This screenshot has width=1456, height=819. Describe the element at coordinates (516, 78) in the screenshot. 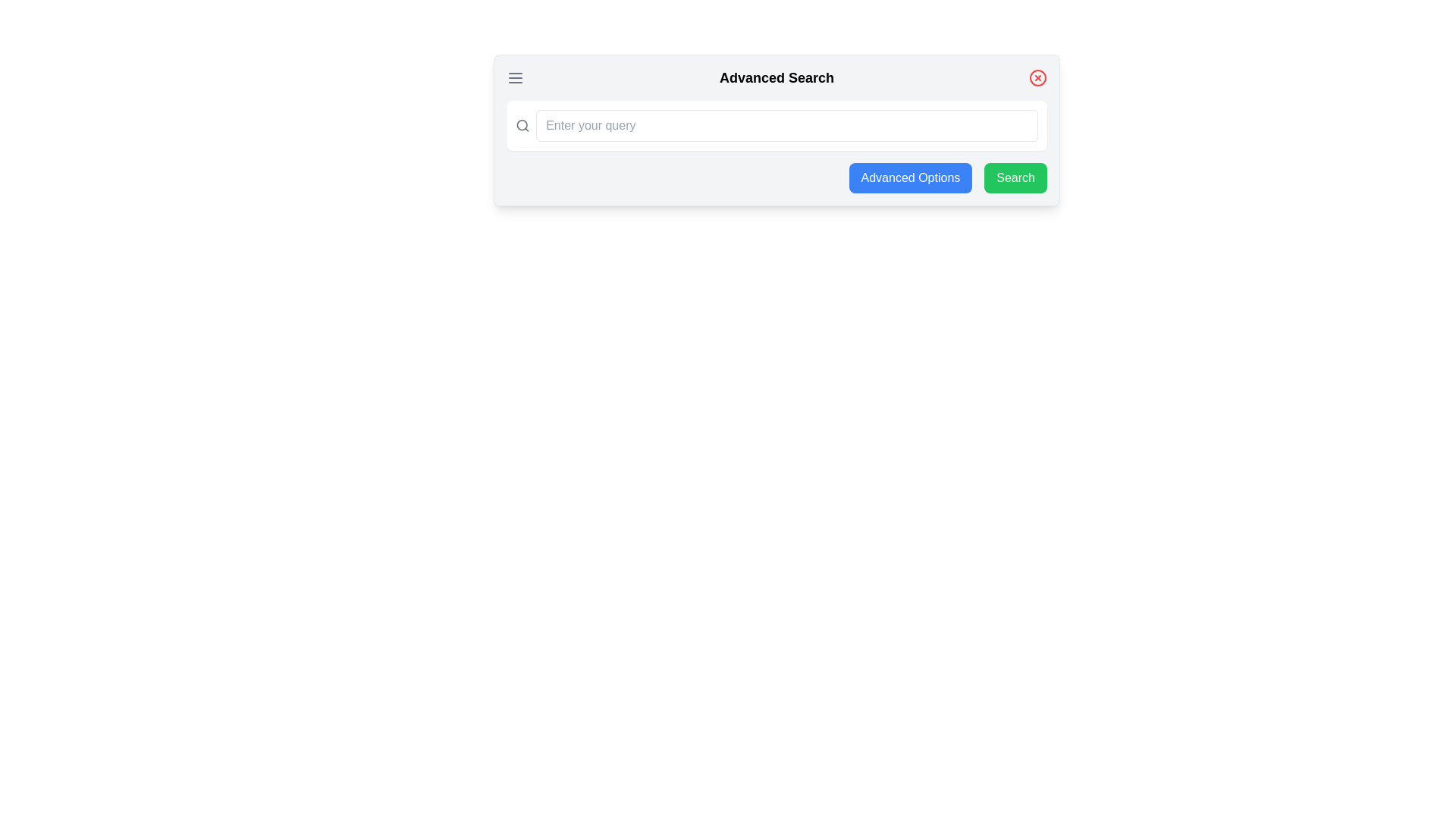

I see `the menu trigger icon located at the far left of the header bar containing the title 'Advanced Search'` at that location.